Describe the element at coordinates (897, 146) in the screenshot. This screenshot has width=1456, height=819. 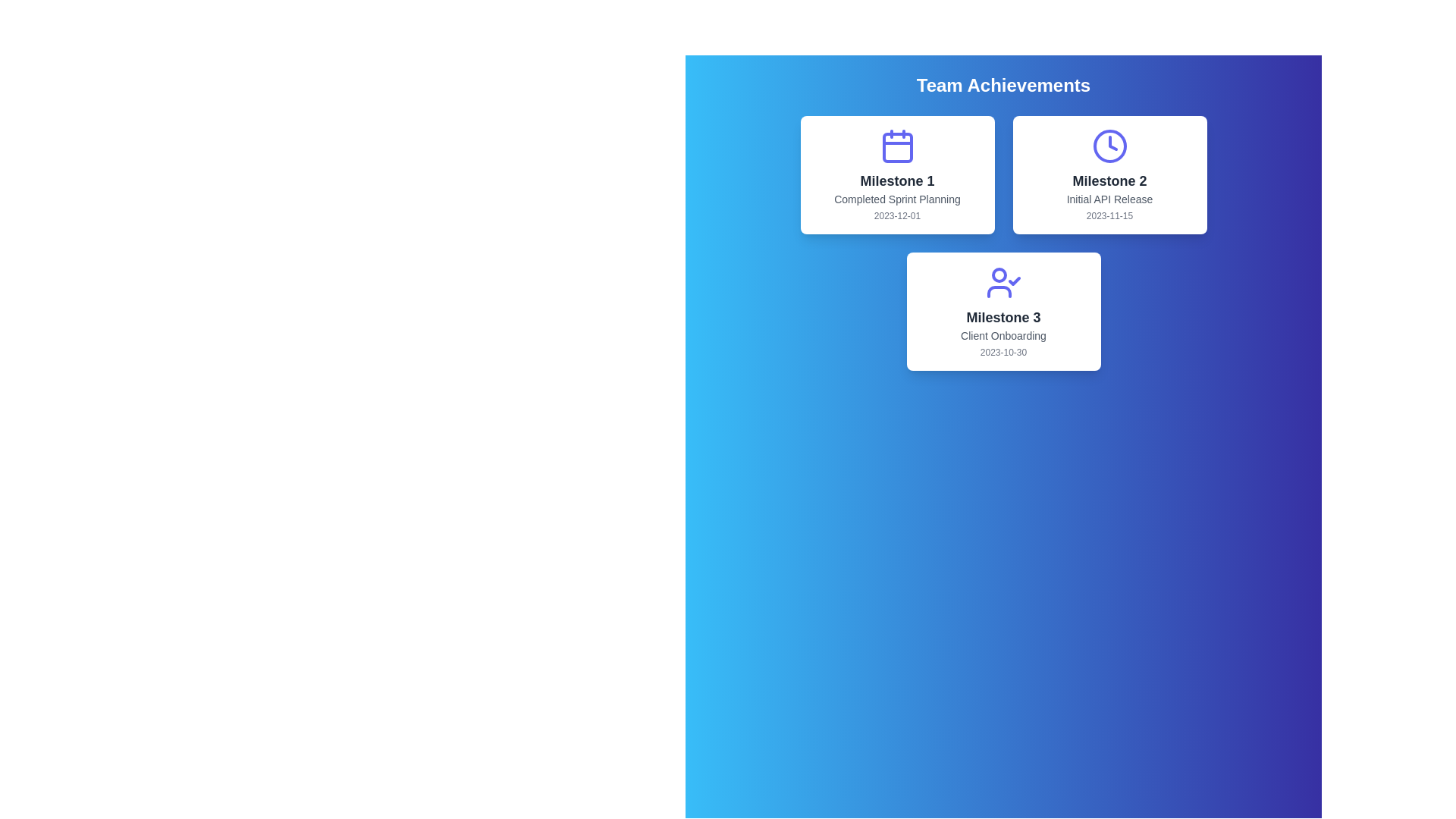
I see `the minimalist indigo calendar icon located at the top center of the card for 'Milestone 1', above the text elements` at that location.